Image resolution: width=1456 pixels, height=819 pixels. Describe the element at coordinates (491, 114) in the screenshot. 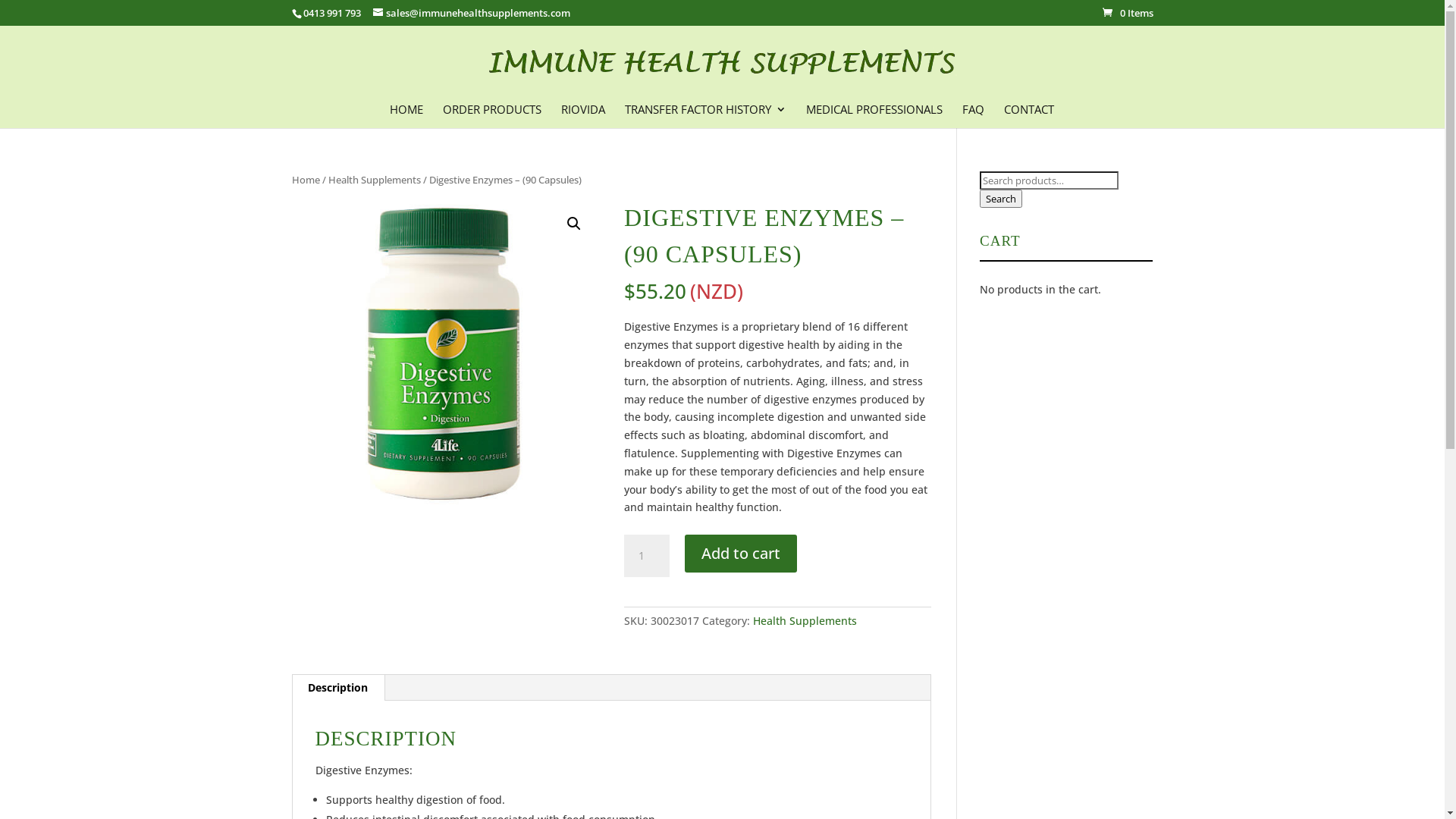

I see `'ORDER PRODUCTS'` at that location.